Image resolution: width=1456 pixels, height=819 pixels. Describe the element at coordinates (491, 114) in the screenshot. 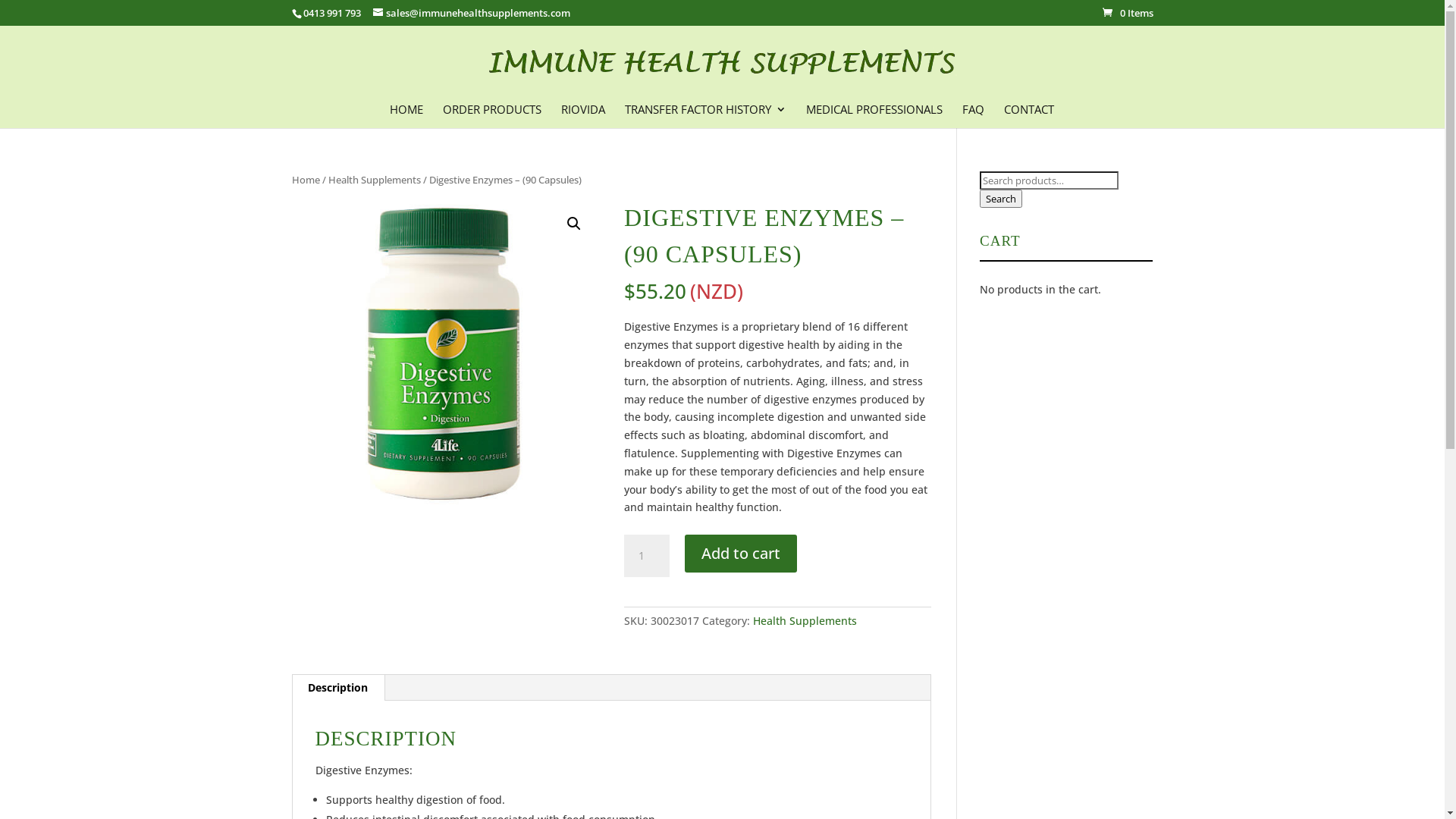

I see `'ORDER PRODUCTS'` at that location.